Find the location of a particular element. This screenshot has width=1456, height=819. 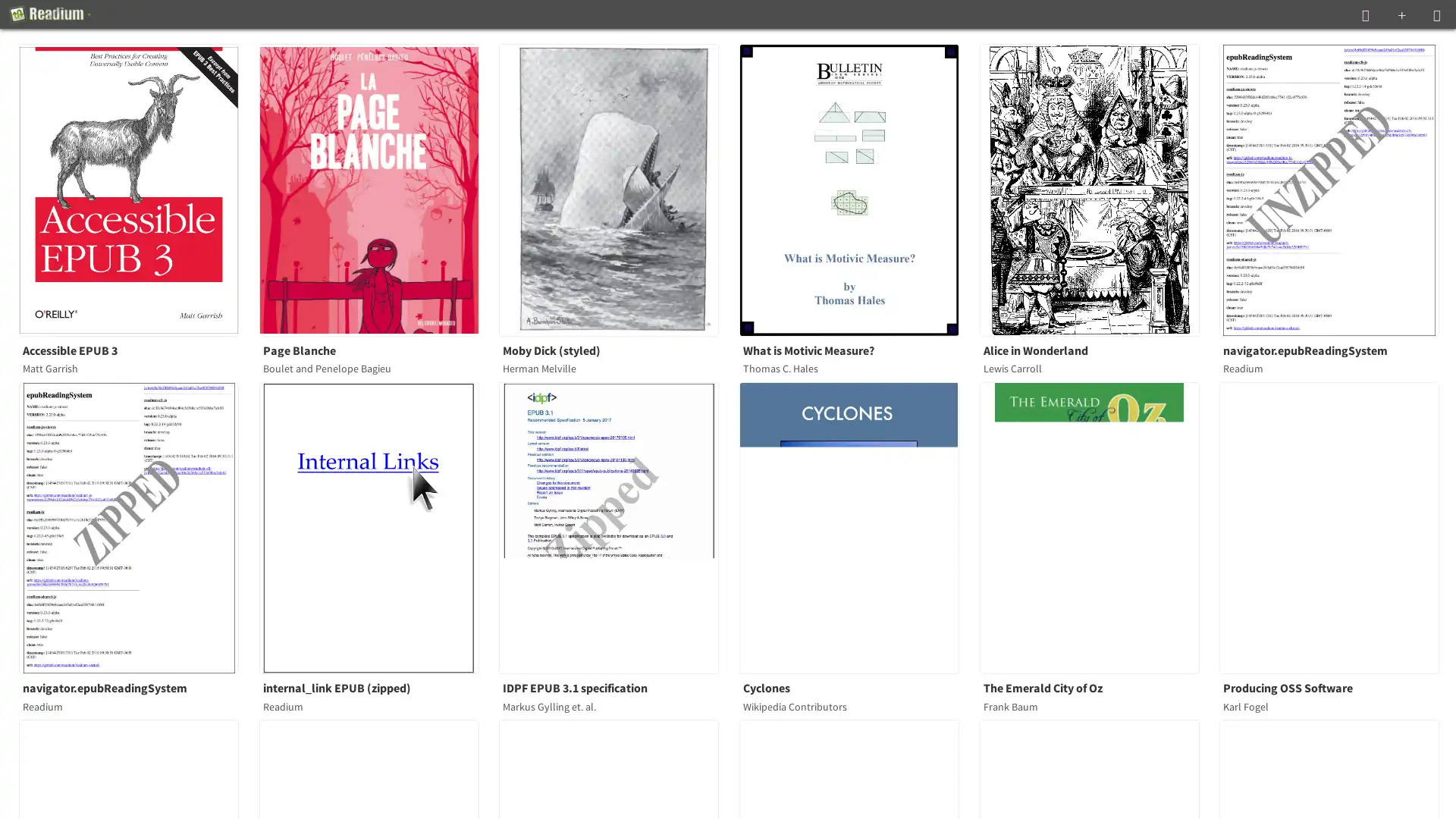

(7) navigator.epubReadingSystem is located at coordinates (138, 526).